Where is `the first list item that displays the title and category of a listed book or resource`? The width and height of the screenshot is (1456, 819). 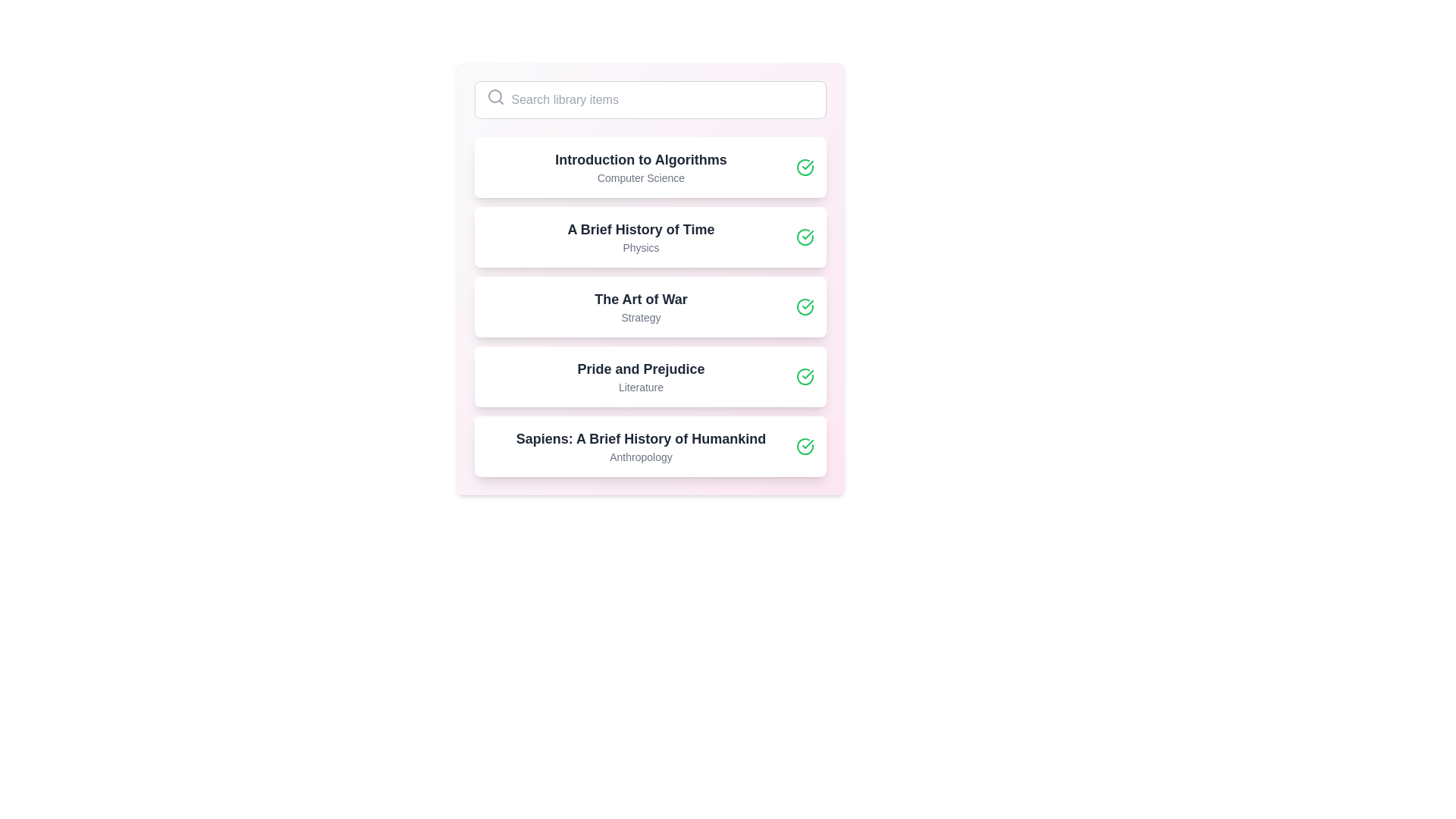 the first list item that displays the title and category of a listed book or resource is located at coordinates (650, 167).